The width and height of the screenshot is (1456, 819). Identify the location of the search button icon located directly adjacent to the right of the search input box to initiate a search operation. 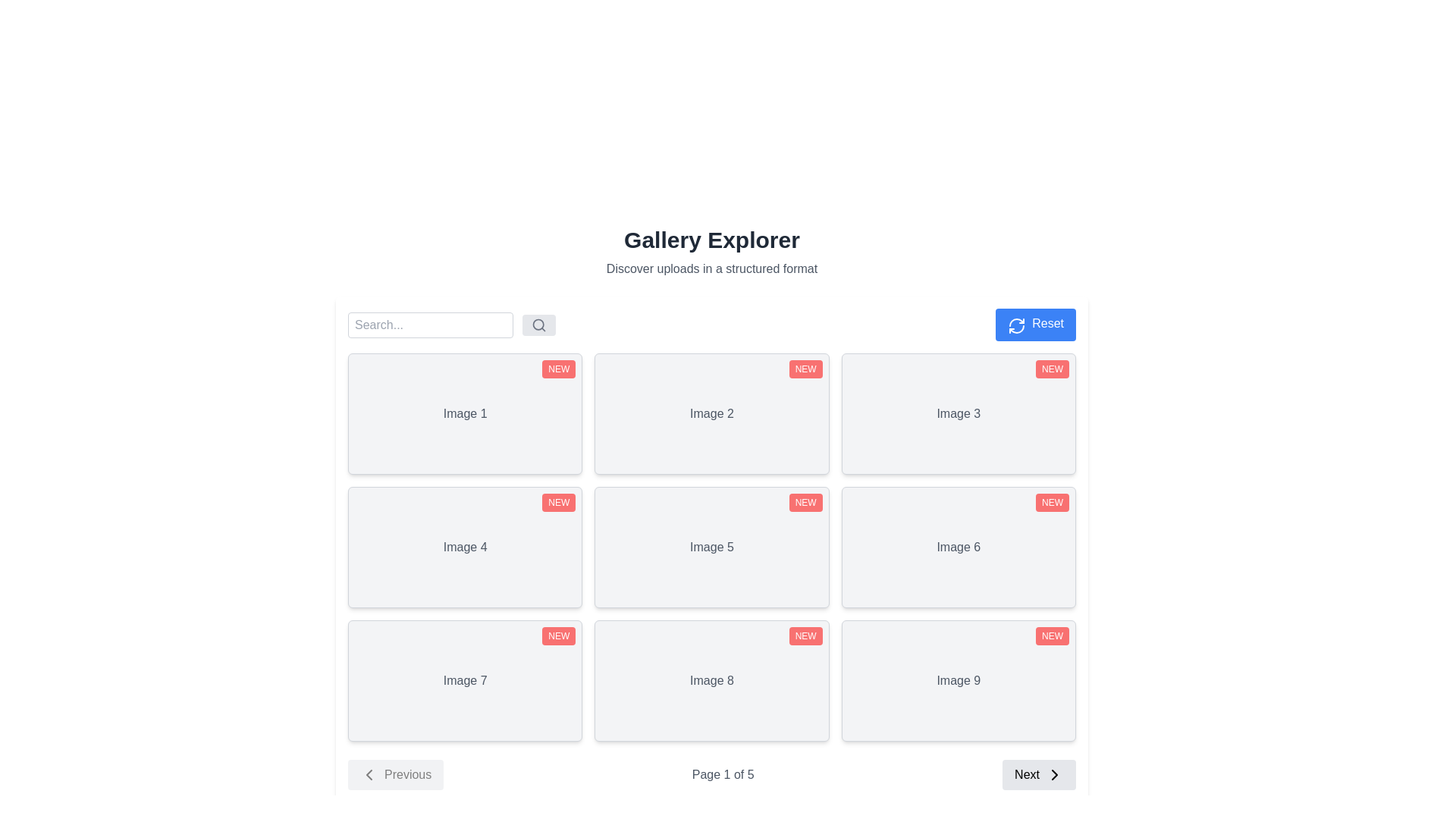
(538, 324).